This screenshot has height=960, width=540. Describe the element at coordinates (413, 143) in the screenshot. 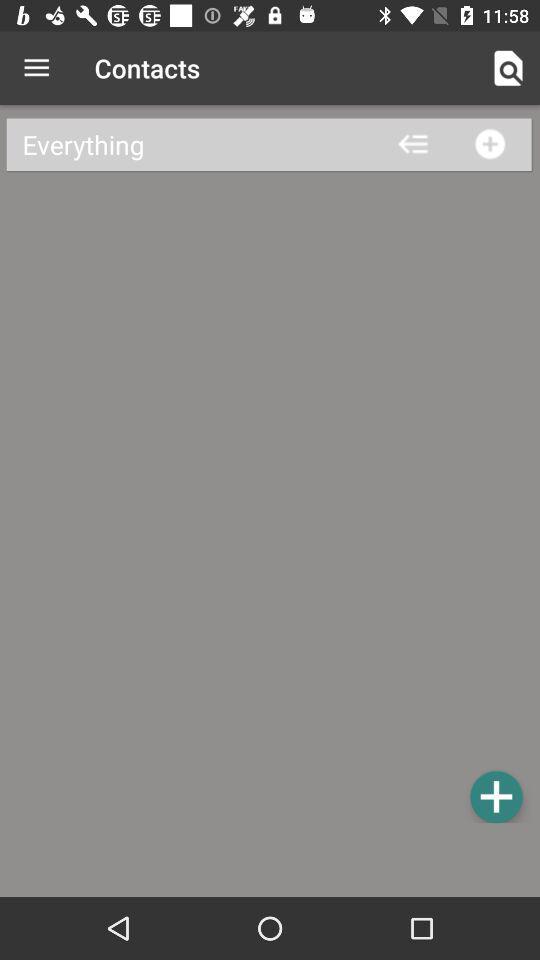

I see `the arrow_backward icon` at that location.